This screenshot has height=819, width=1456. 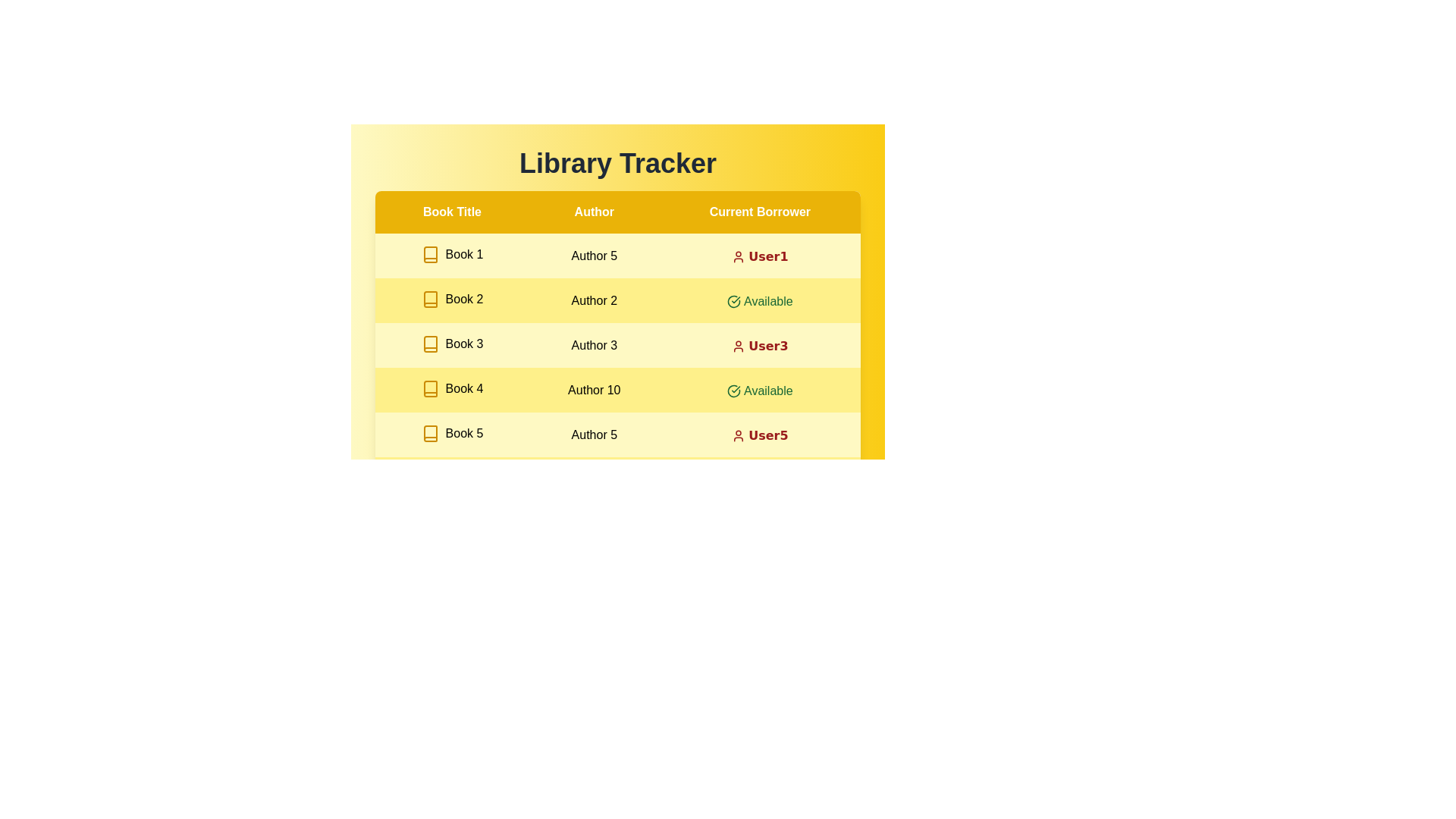 What do you see at coordinates (451, 253) in the screenshot?
I see `the book title Book 1 to inspect its details` at bounding box center [451, 253].